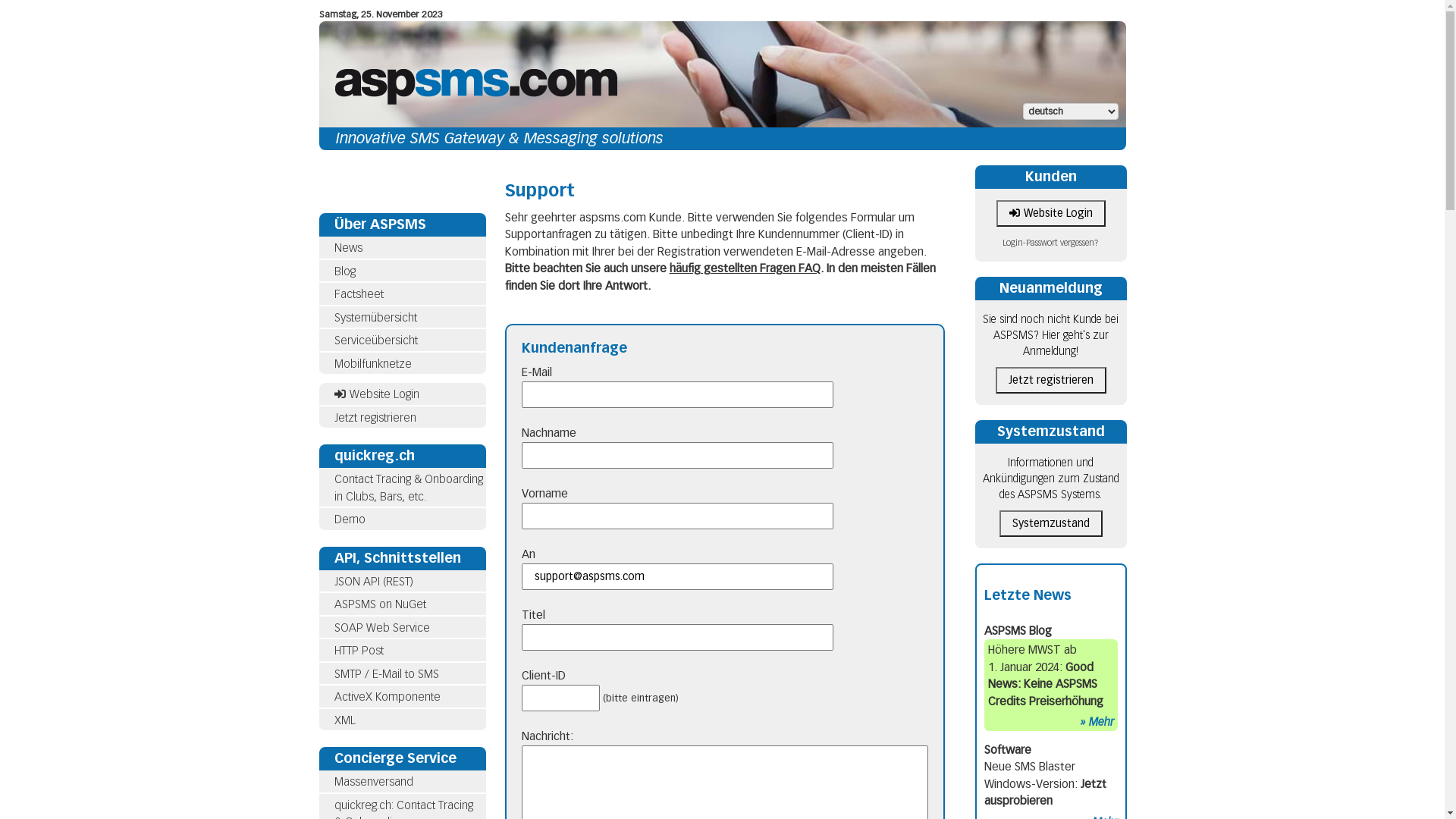 This screenshot has width=1456, height=819. I want to click on 'API, Schnittstellen', so click(333, 557).